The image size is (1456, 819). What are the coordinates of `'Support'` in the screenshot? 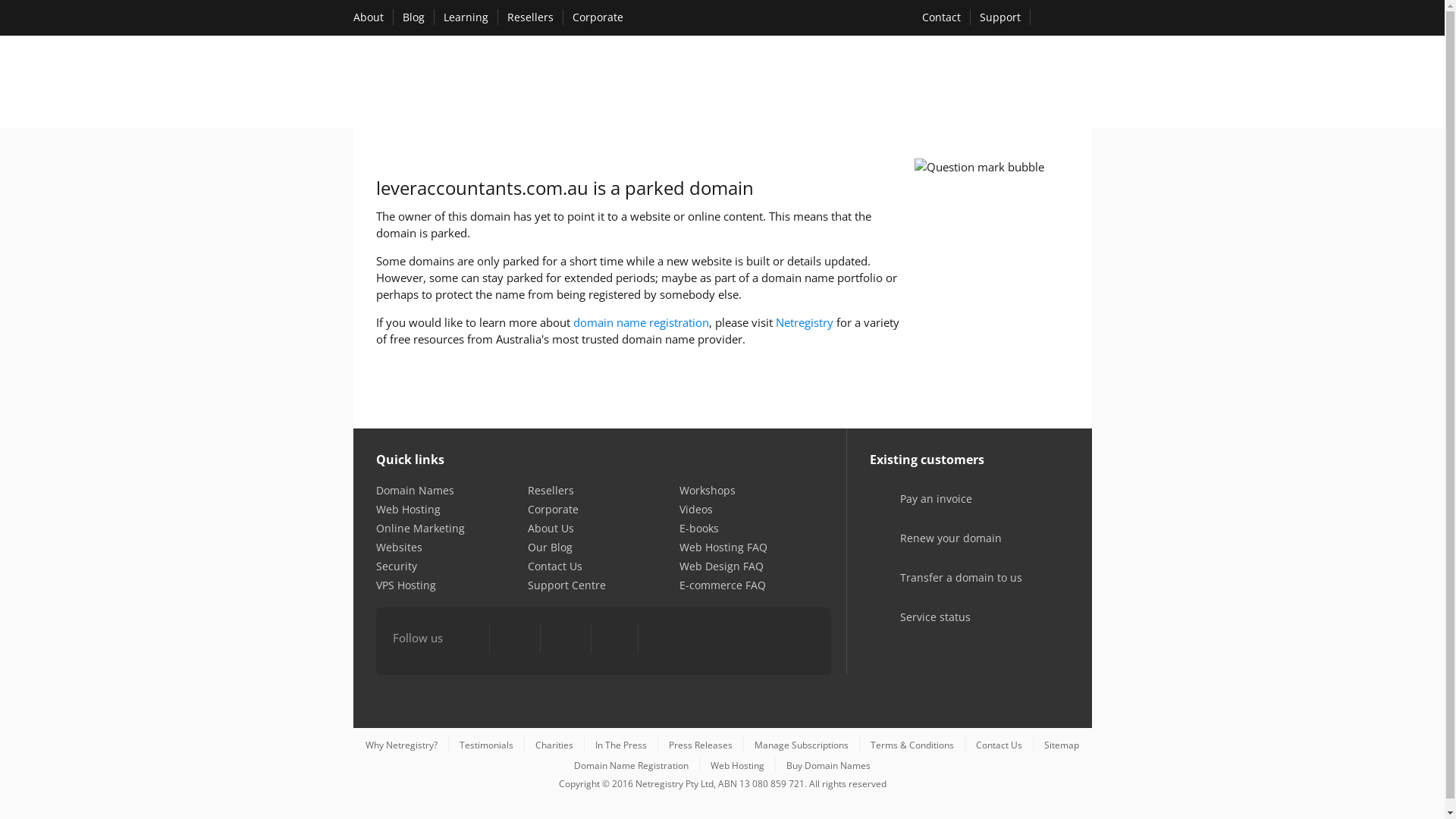 It's located at (1000, 17).